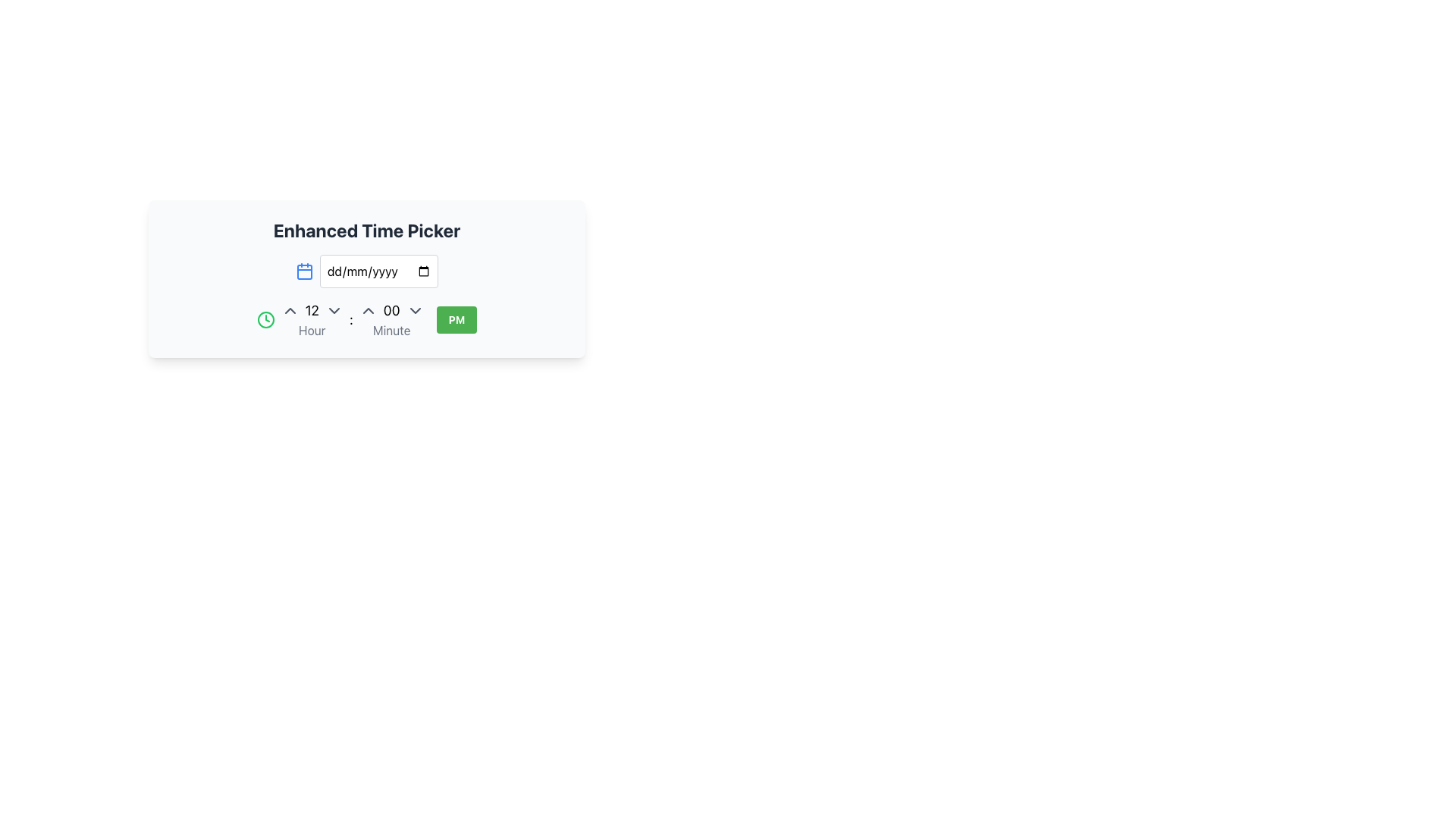 The height and width of the screenshot is (819, 1456). What do you see at coordinates (311, 309) in the screenshot?
I see `the numeric display element showing '12' in the time picker component, located between the up and down arrows and above the label 'Hour'` at bounding box center [311, 309].